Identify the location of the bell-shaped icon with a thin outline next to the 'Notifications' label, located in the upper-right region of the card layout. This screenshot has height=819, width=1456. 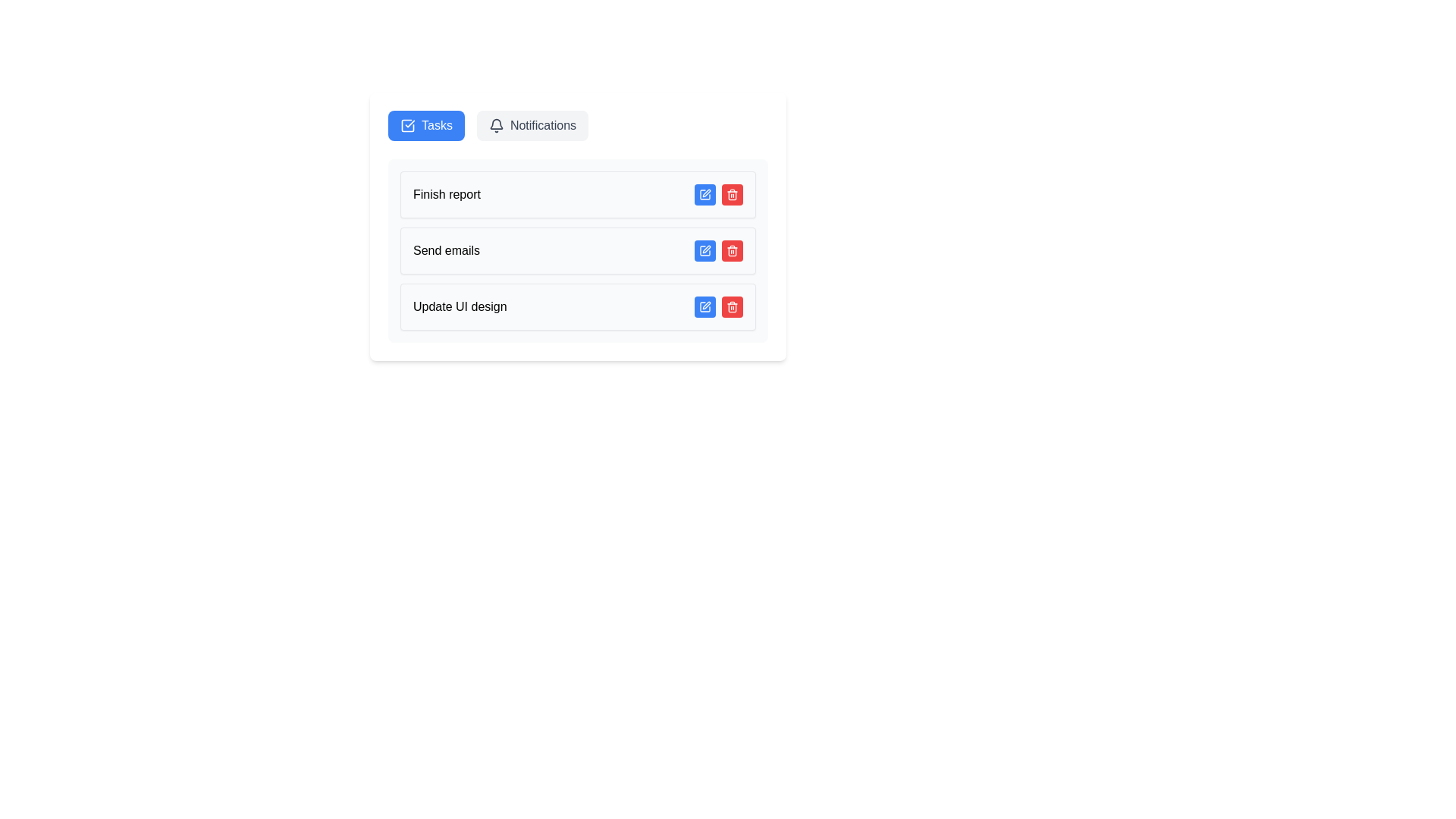
(496, 124).